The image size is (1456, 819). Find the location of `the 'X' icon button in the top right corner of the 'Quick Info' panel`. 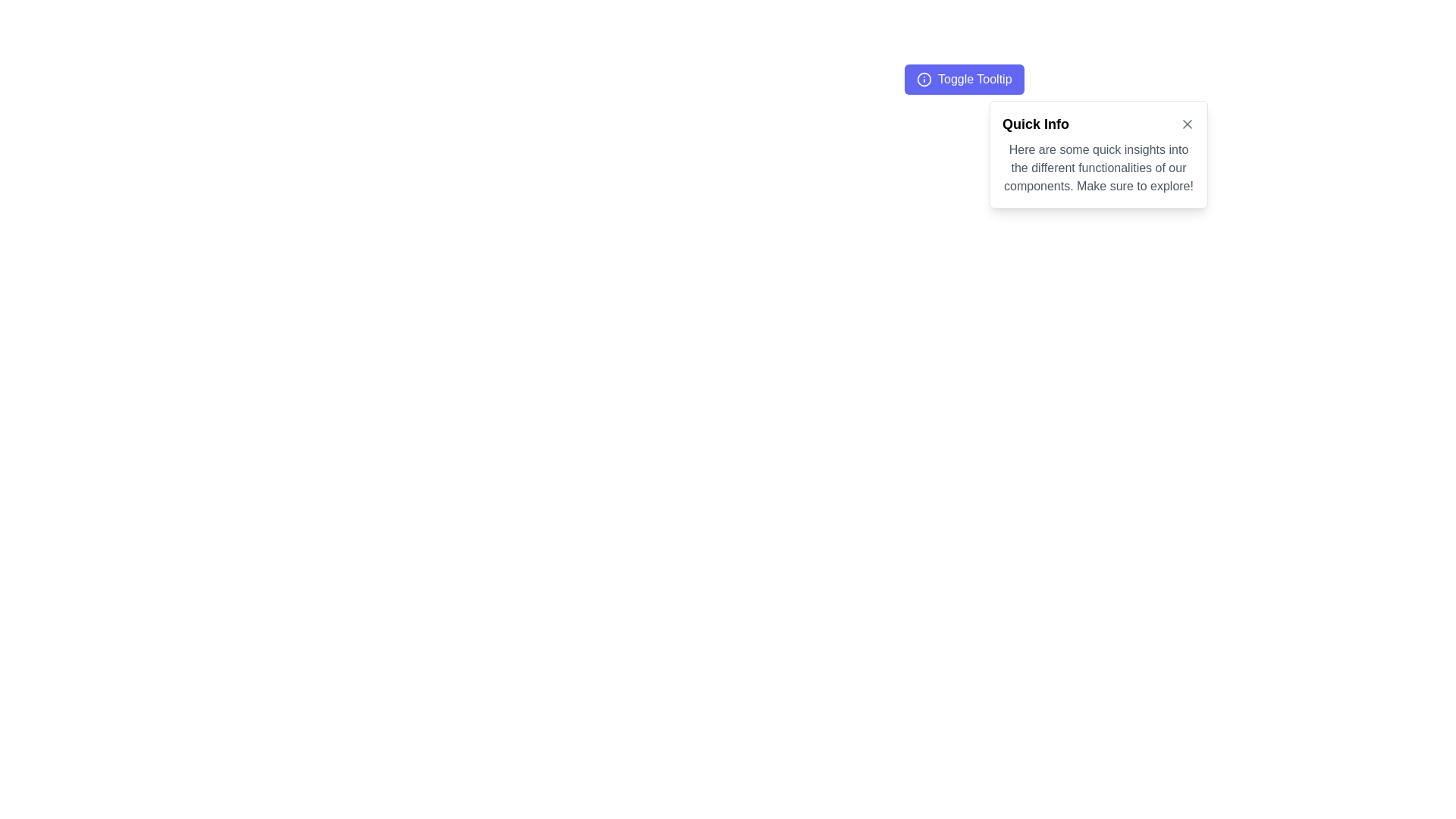

the 'X' icon button in the top right corner of the 'Quick Info' panel is located at coordinates (1186, 124).